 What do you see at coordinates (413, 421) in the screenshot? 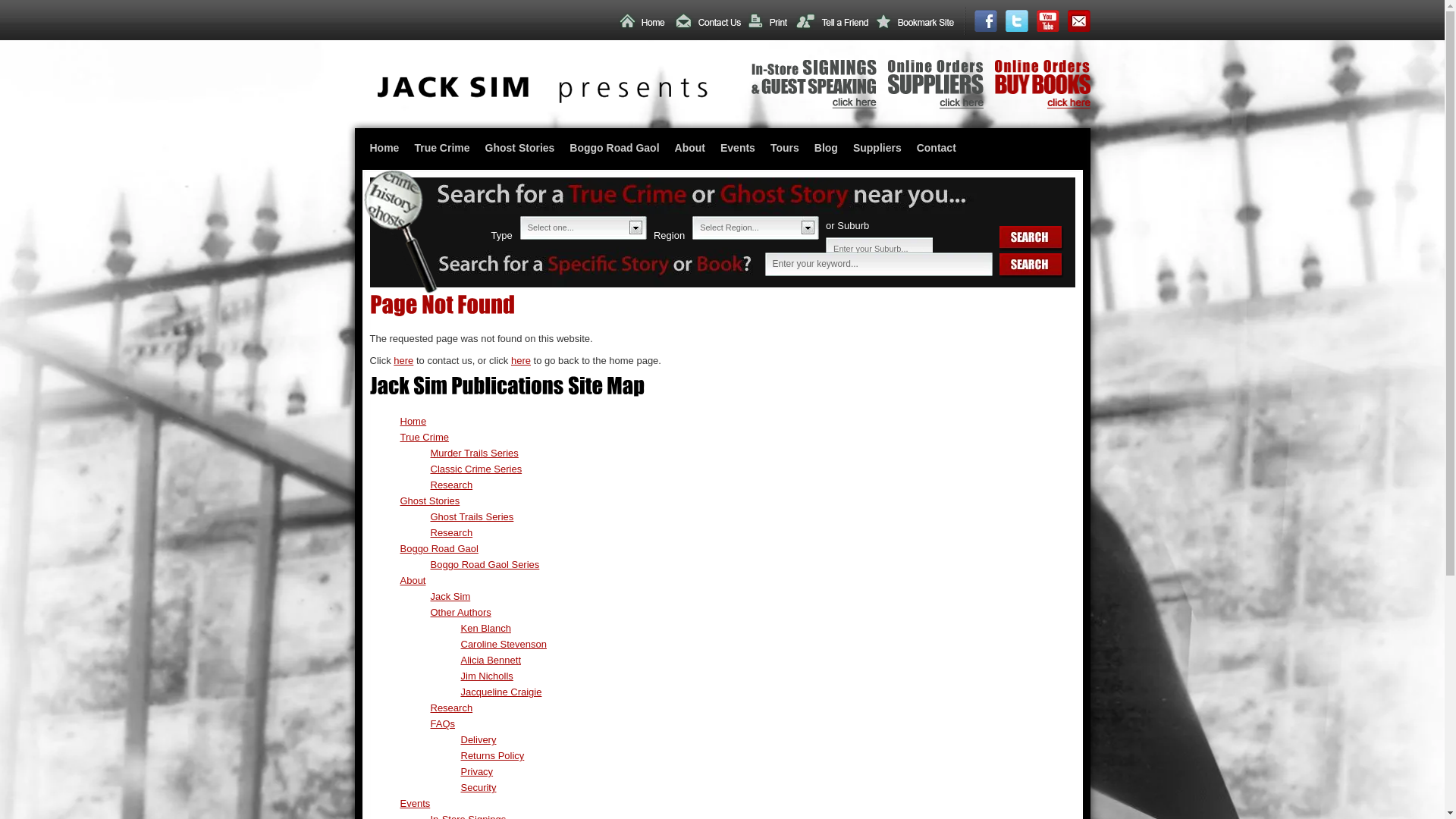
I see `'Home'` at bounding box center [413, 421].